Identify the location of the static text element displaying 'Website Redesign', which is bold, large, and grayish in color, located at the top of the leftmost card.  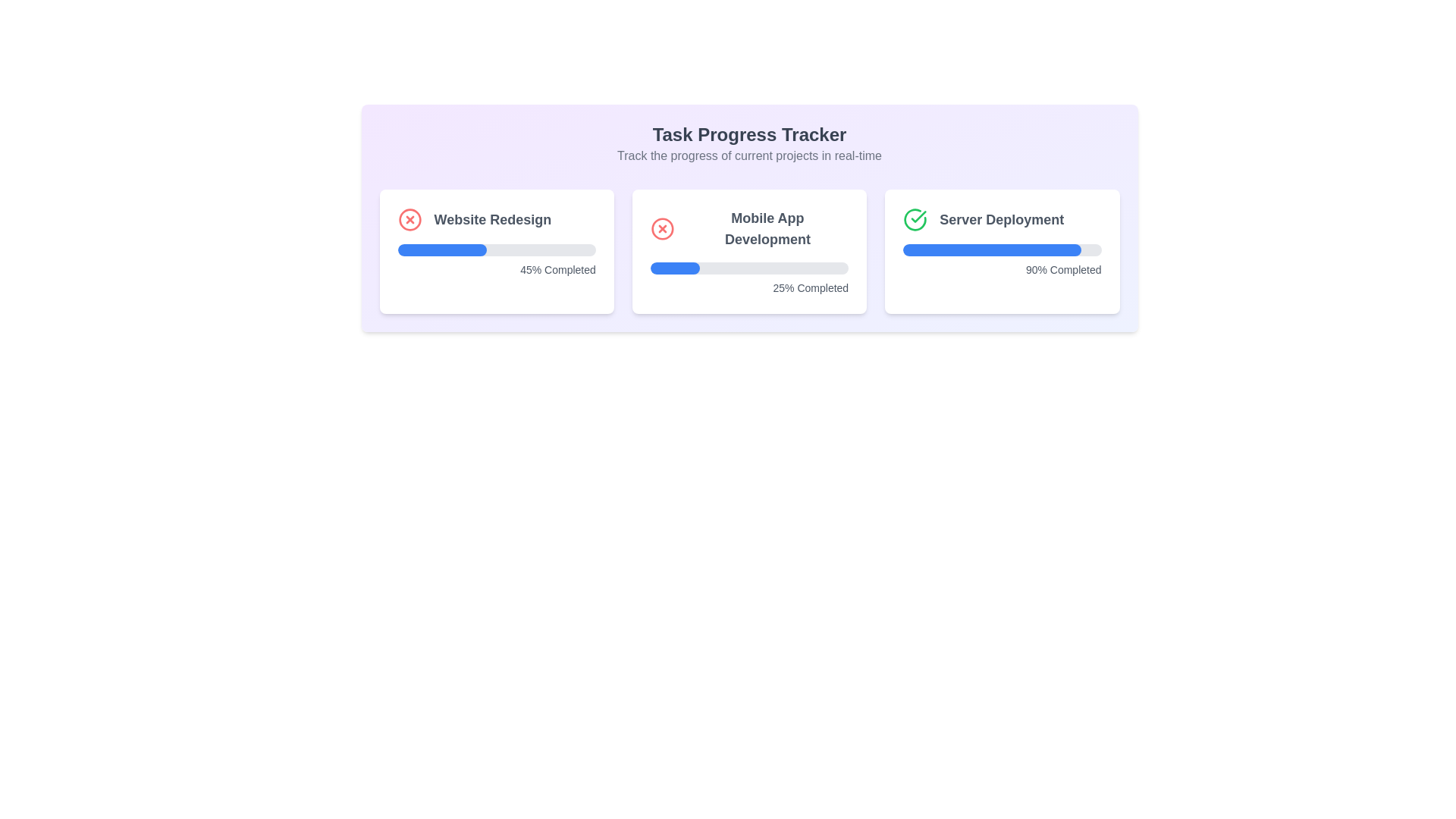
(492, 219).